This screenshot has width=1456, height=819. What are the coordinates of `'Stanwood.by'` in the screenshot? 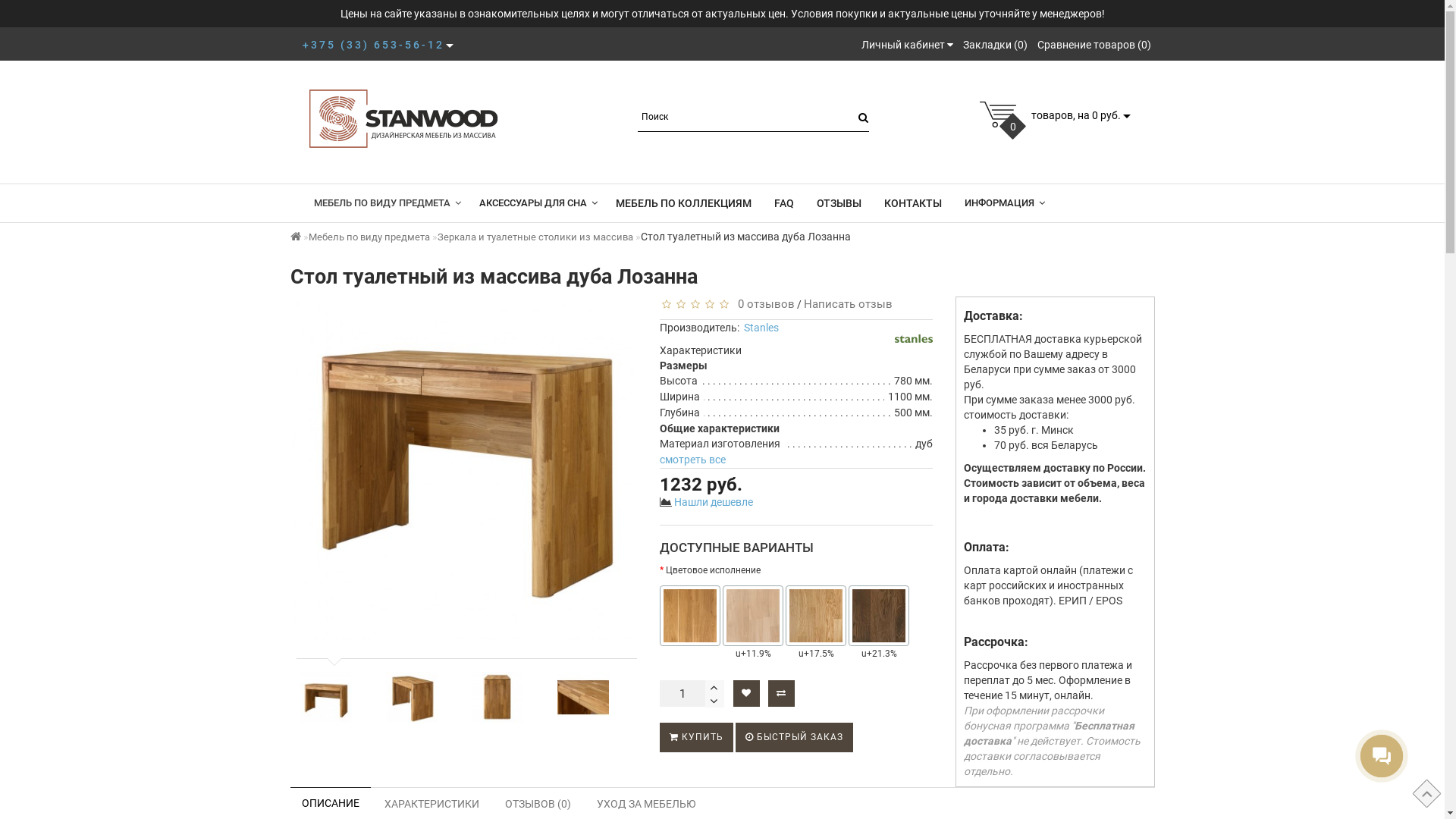 It's located at (403, 118).